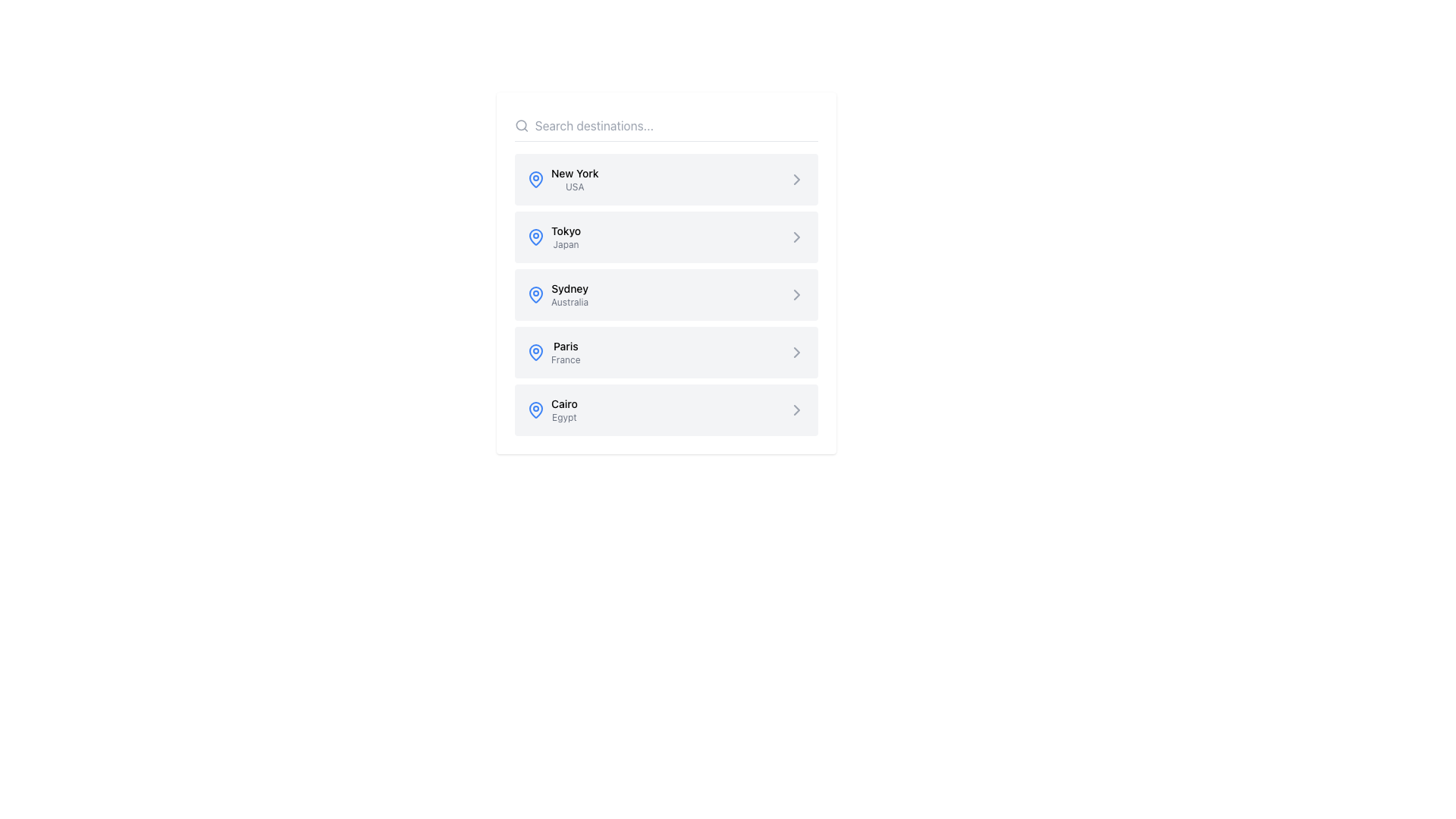 Image resolution: width=1456 pixels, height=819 pixels. I want to click on the List Item with Icon and Text located in the second row of the vertically arranged list, so click(553, 237).